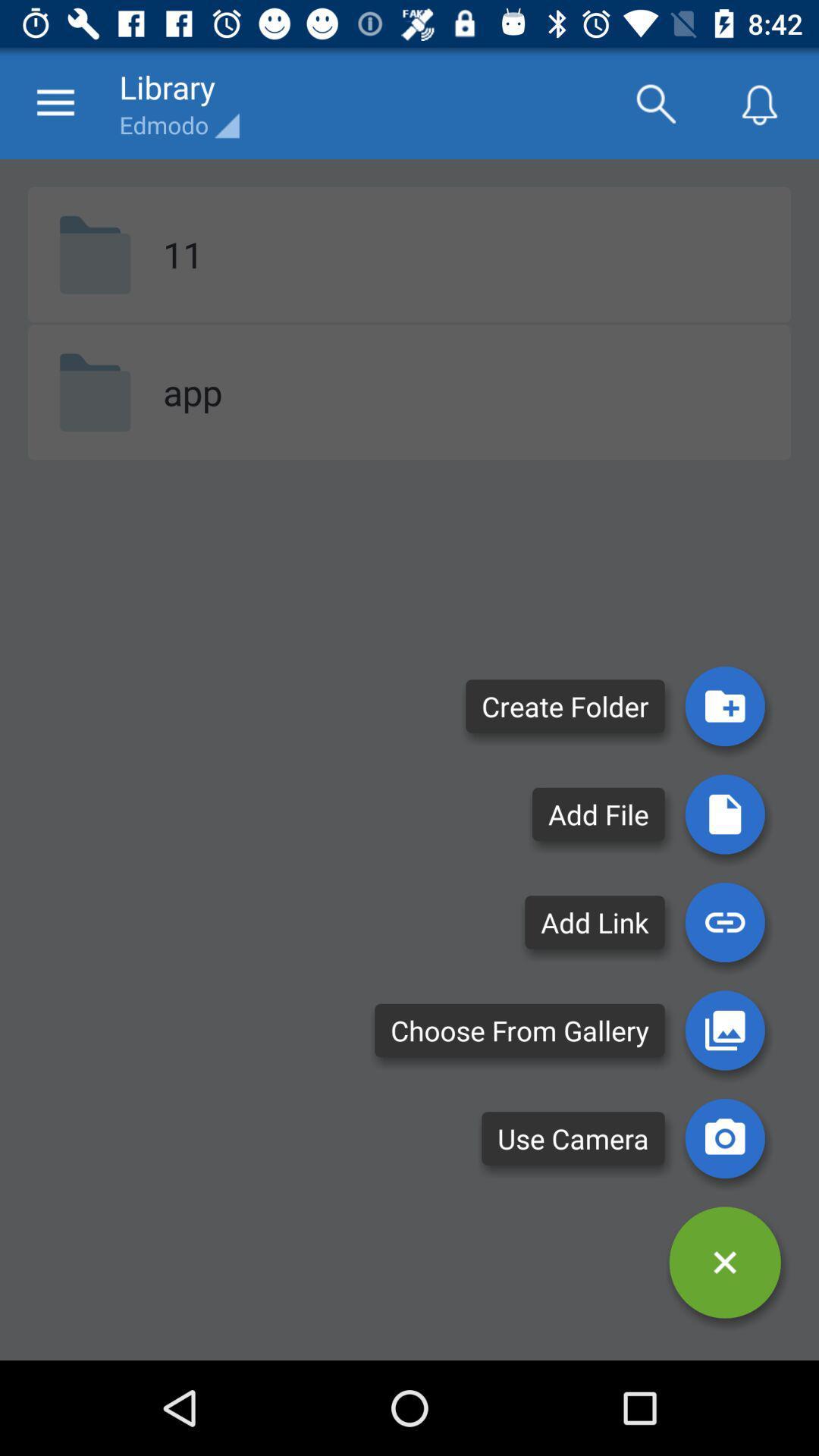 The height and width of the screenshot is (1456, 819). Describe the element at coordinates (724, 1263) in the screenshot. I see `menu` at that location.